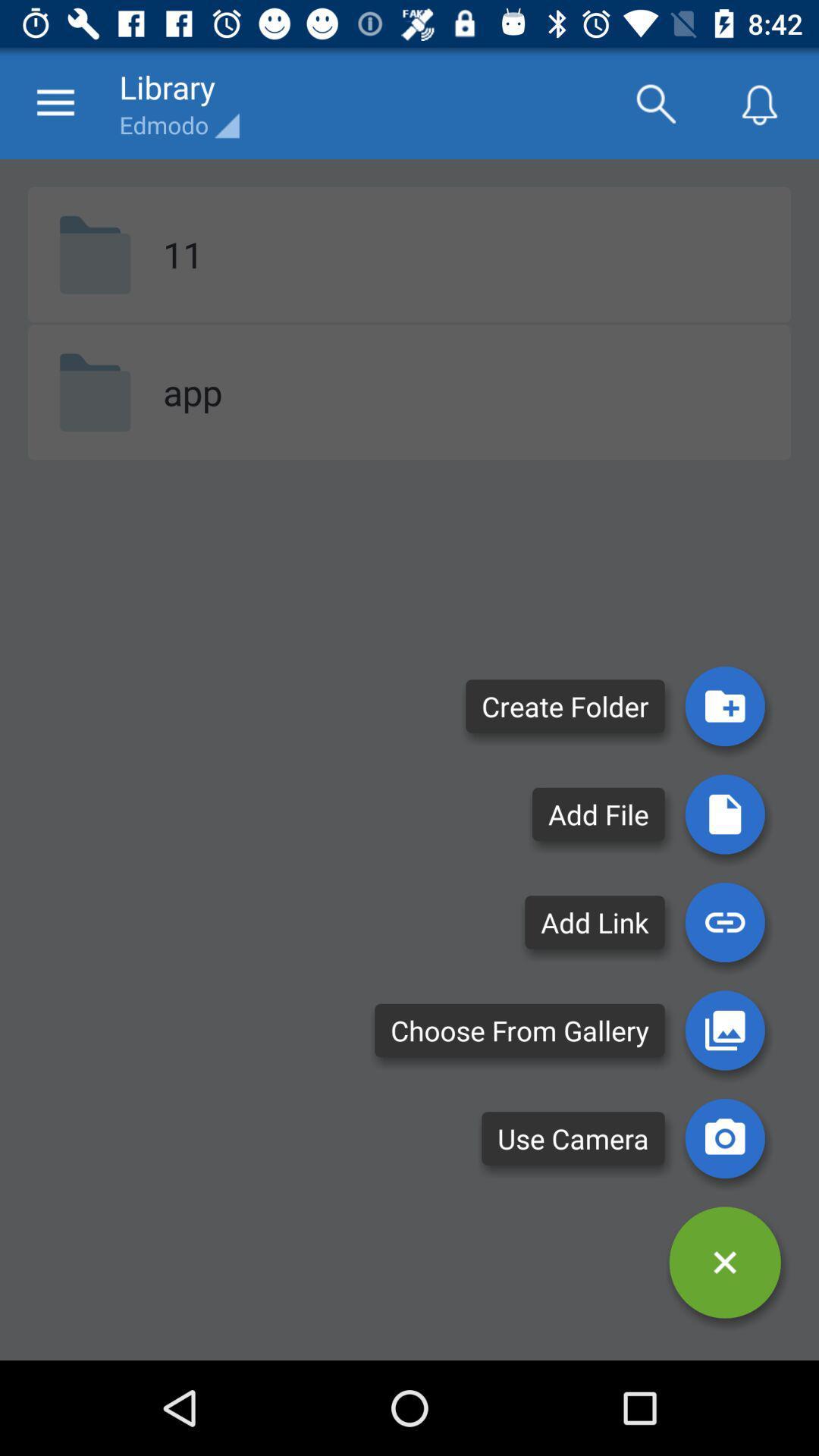 The height and width of the screenshot is (1456, 819). Describe the element at coordinates (724, 1263) in the screenshot. I see `menu` at that location.